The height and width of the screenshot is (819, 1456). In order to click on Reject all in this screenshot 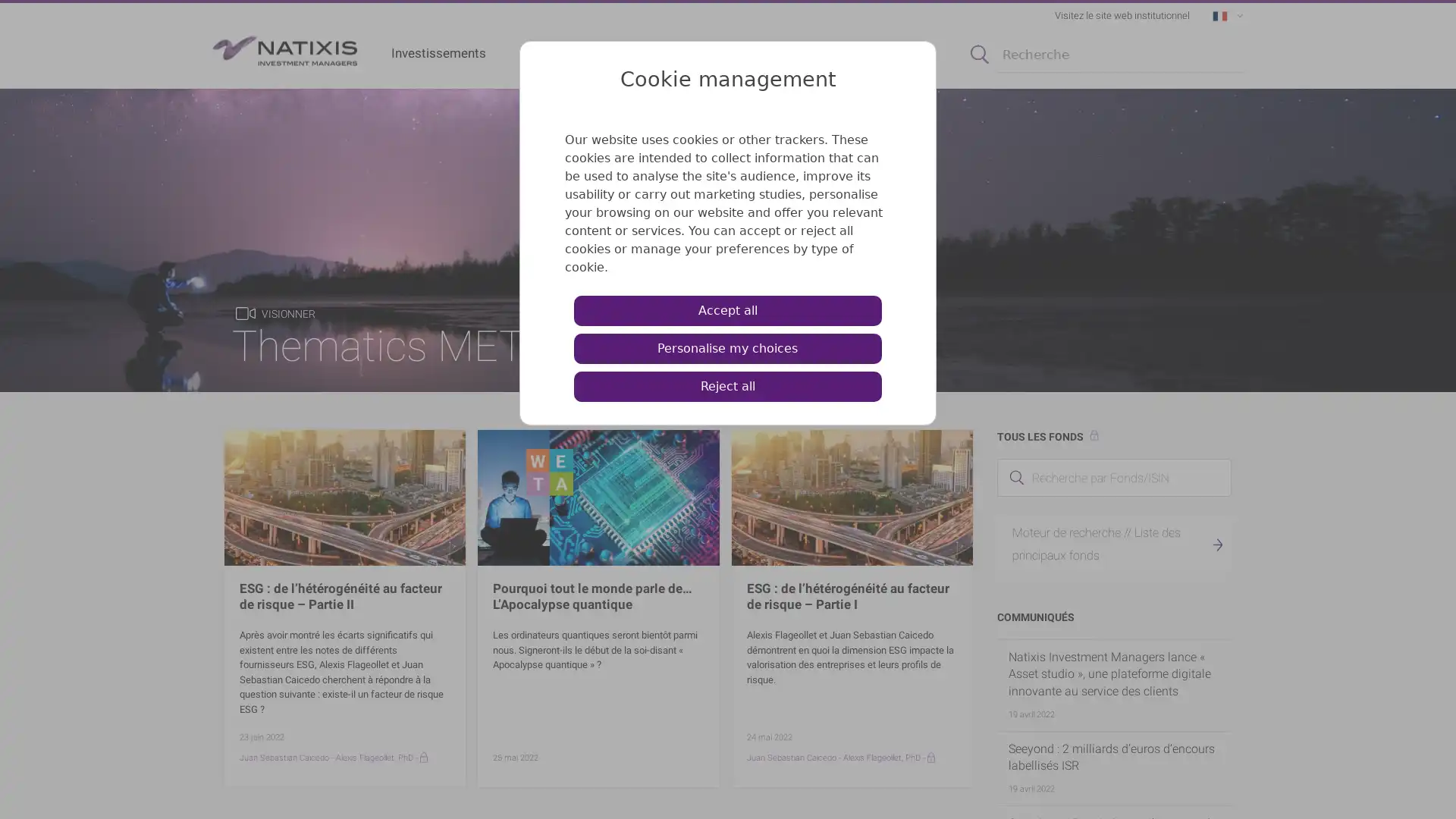, I will do `click(726, 385)`.